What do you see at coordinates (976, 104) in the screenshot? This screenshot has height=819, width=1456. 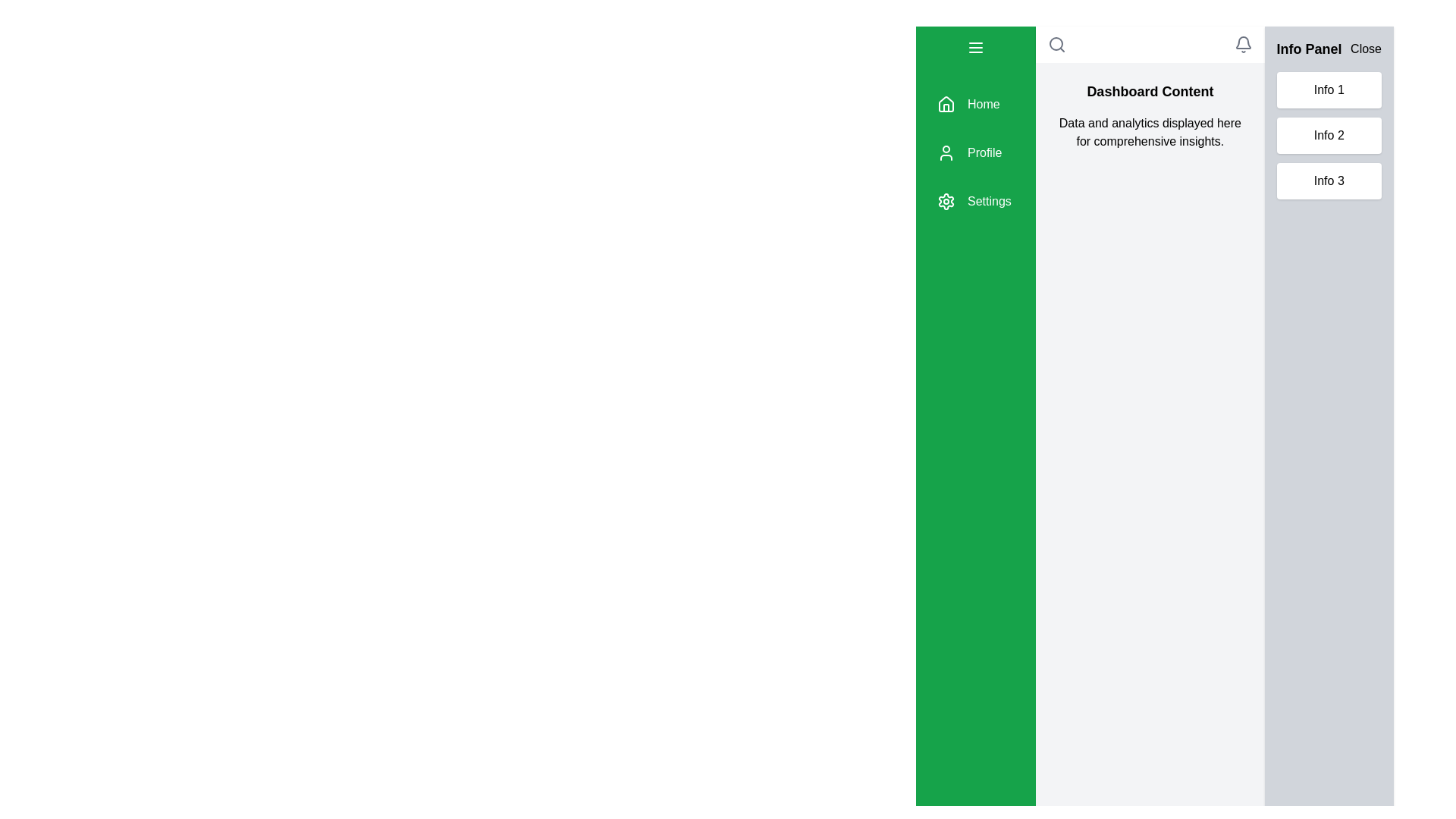 I see `the 'Home' navigational menu item, which has a green background and includes a house icon followed by the text 'Home' in white` at bounding box center [976, 104].